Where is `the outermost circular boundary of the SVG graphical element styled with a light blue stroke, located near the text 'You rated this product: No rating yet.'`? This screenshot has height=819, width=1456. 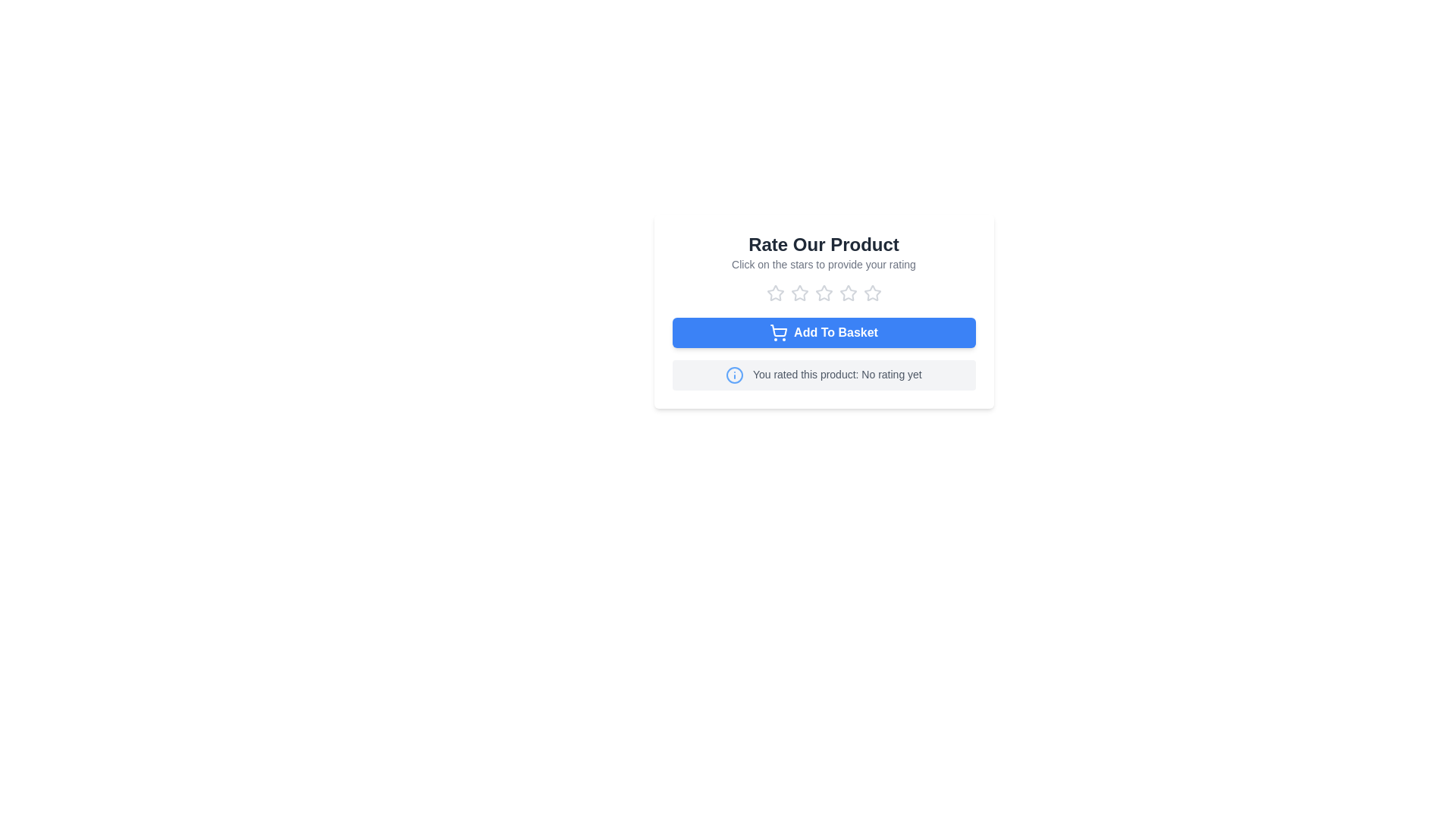 the outermost circular boundary of the SVG graphical element styled with a light blue stroke, located near the text 'You rated this product: No rating yet.' is located at coordinates (735, 375).